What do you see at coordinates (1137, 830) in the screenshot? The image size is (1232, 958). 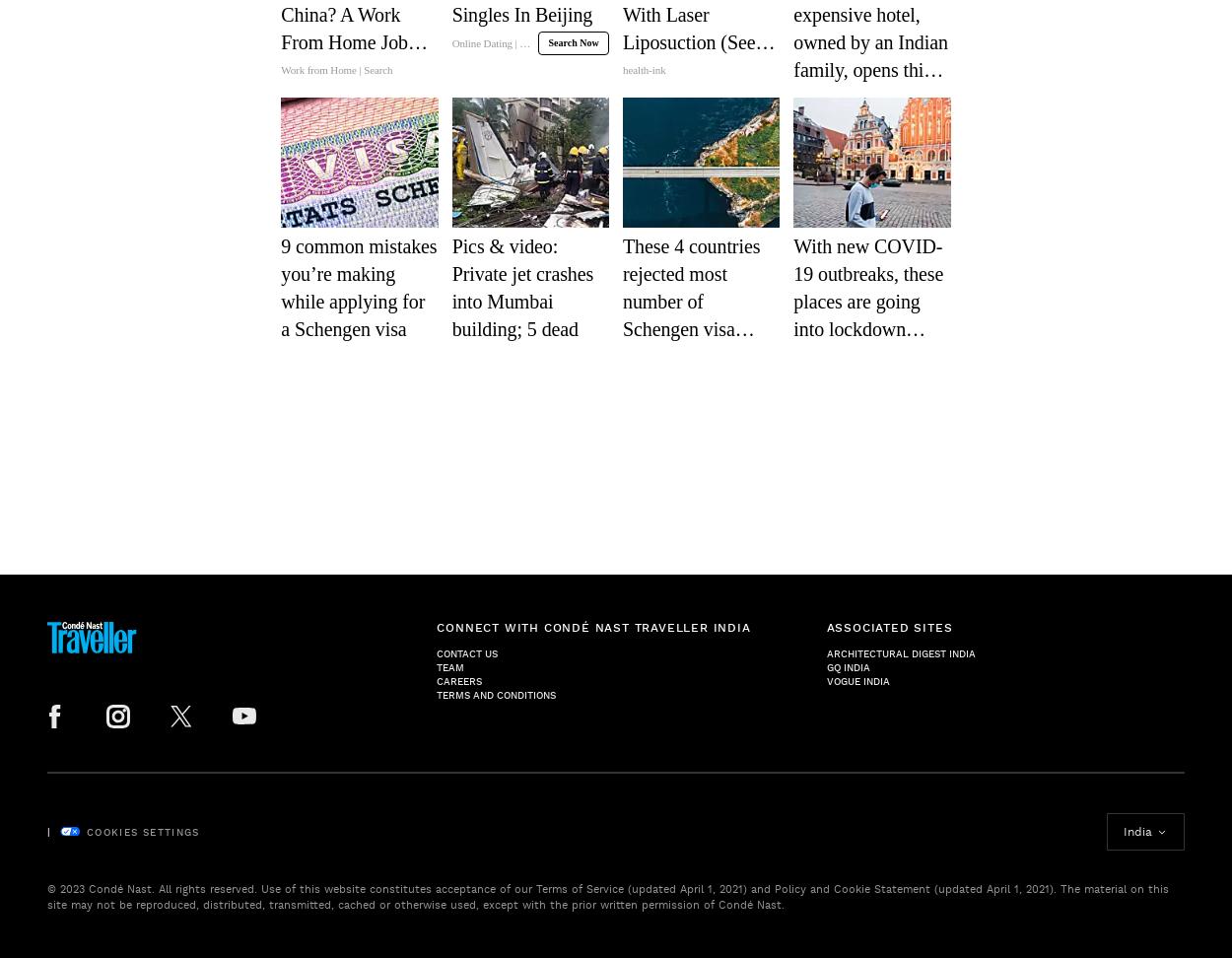 I see `'India'` at bounding box center [1137, 830].